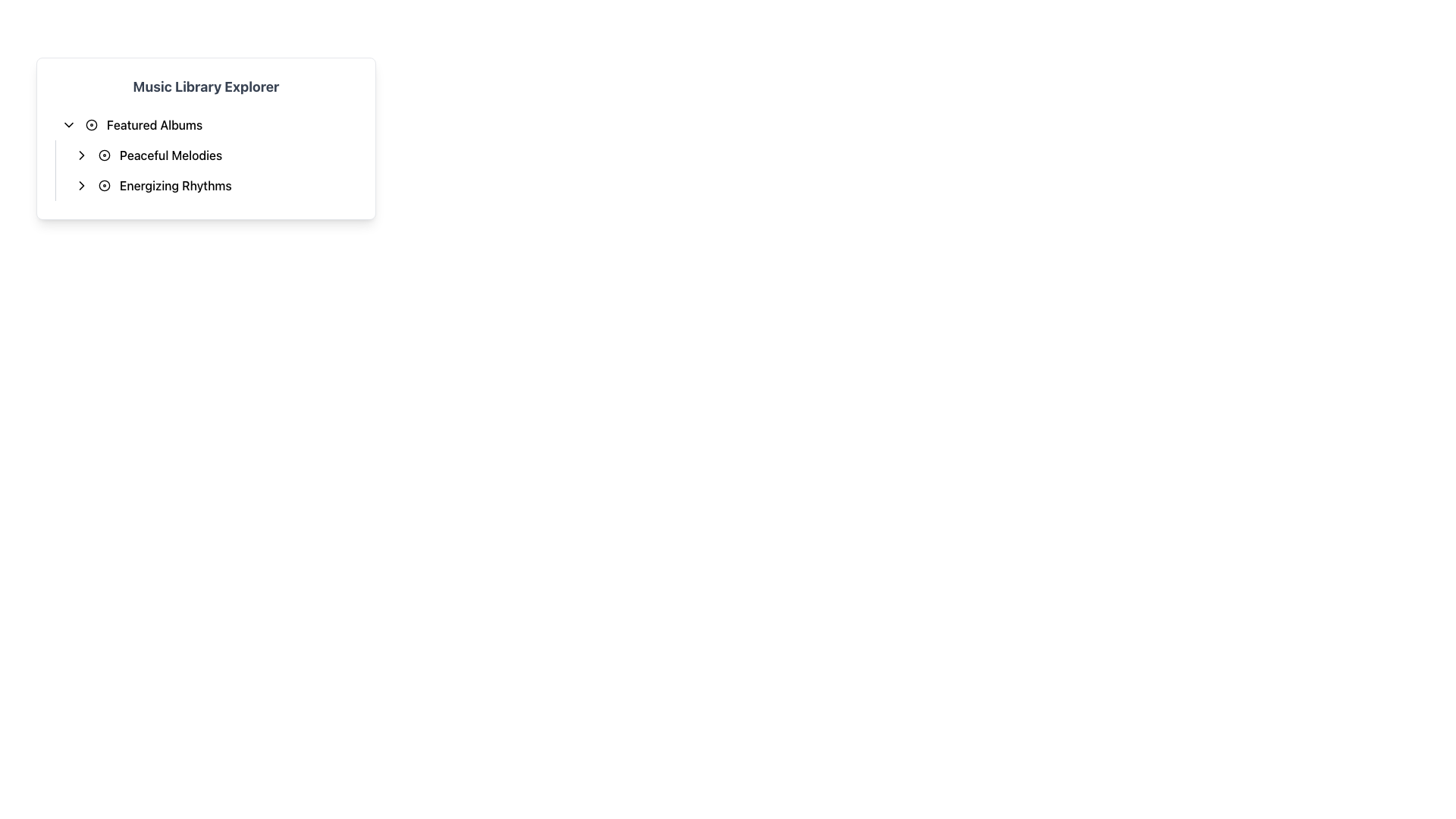  Describe the element at coordinates (104, 155) in the screenshot. I see `the decorative icon next to the text 'Peaceful Melodies'` at that location.